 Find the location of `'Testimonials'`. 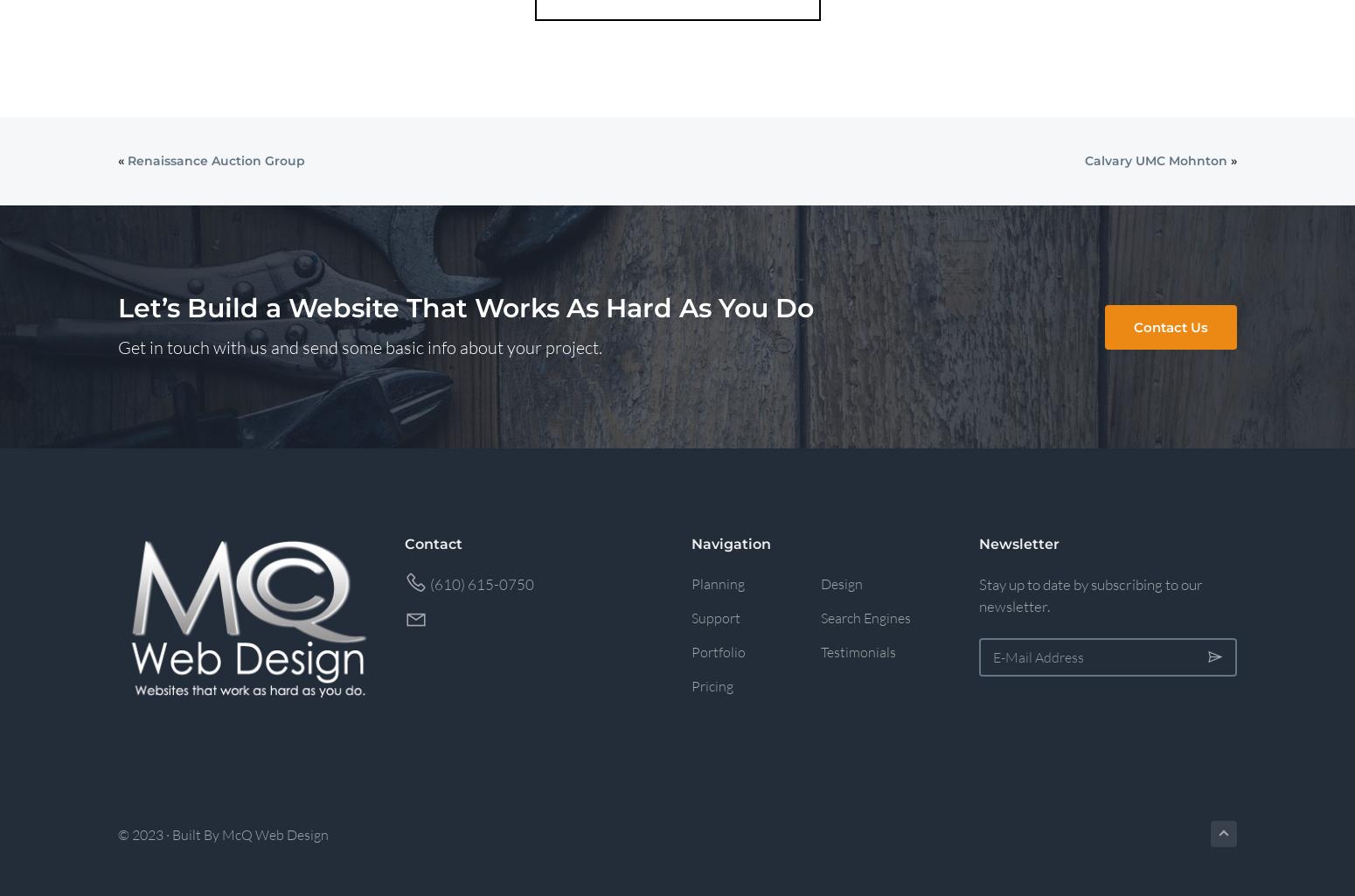

'Testimonials' is located at coordinates (857, 649).